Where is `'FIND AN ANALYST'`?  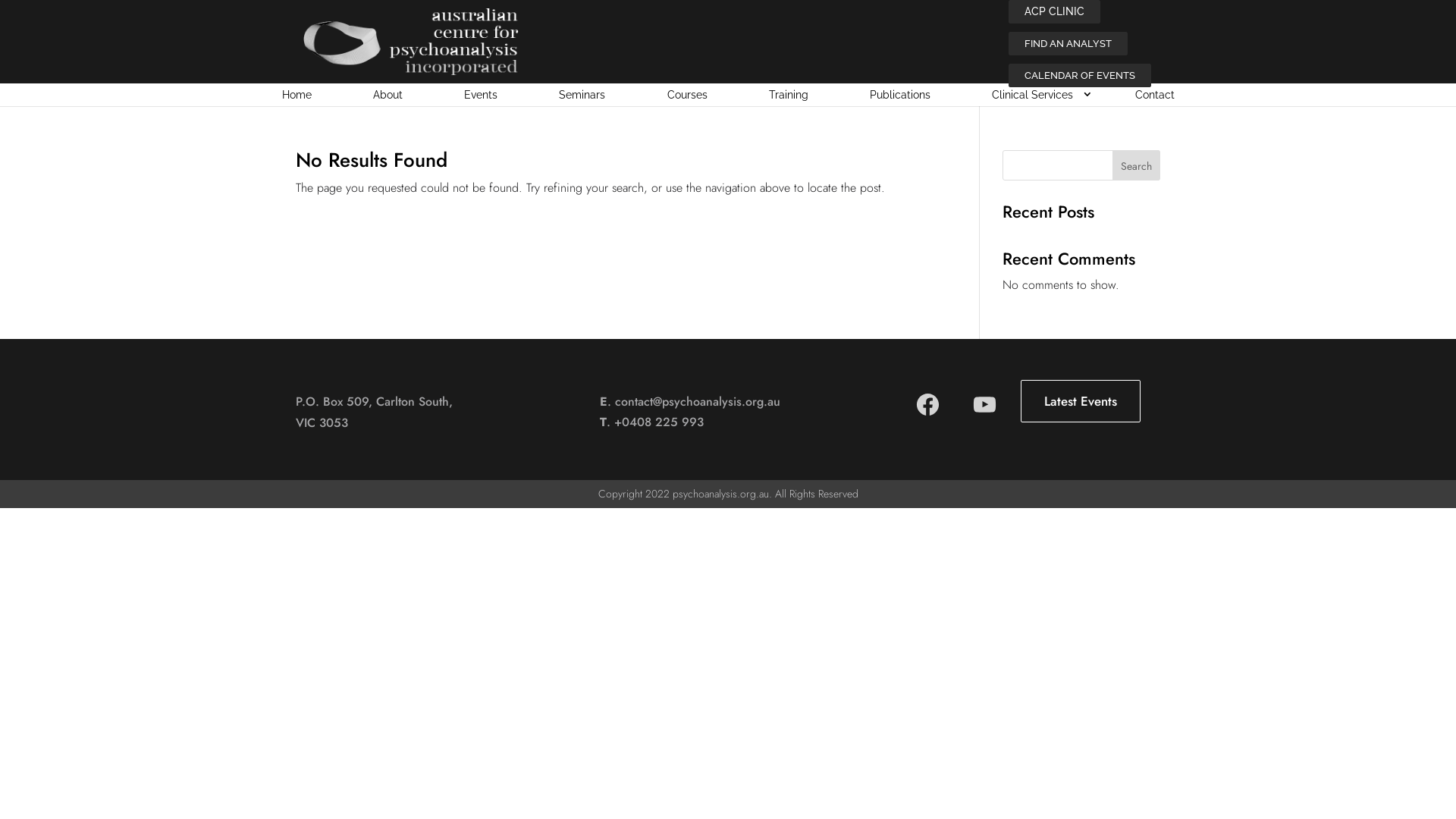 'FIND AN ANALYST' is located at coordinates (1008, 42).